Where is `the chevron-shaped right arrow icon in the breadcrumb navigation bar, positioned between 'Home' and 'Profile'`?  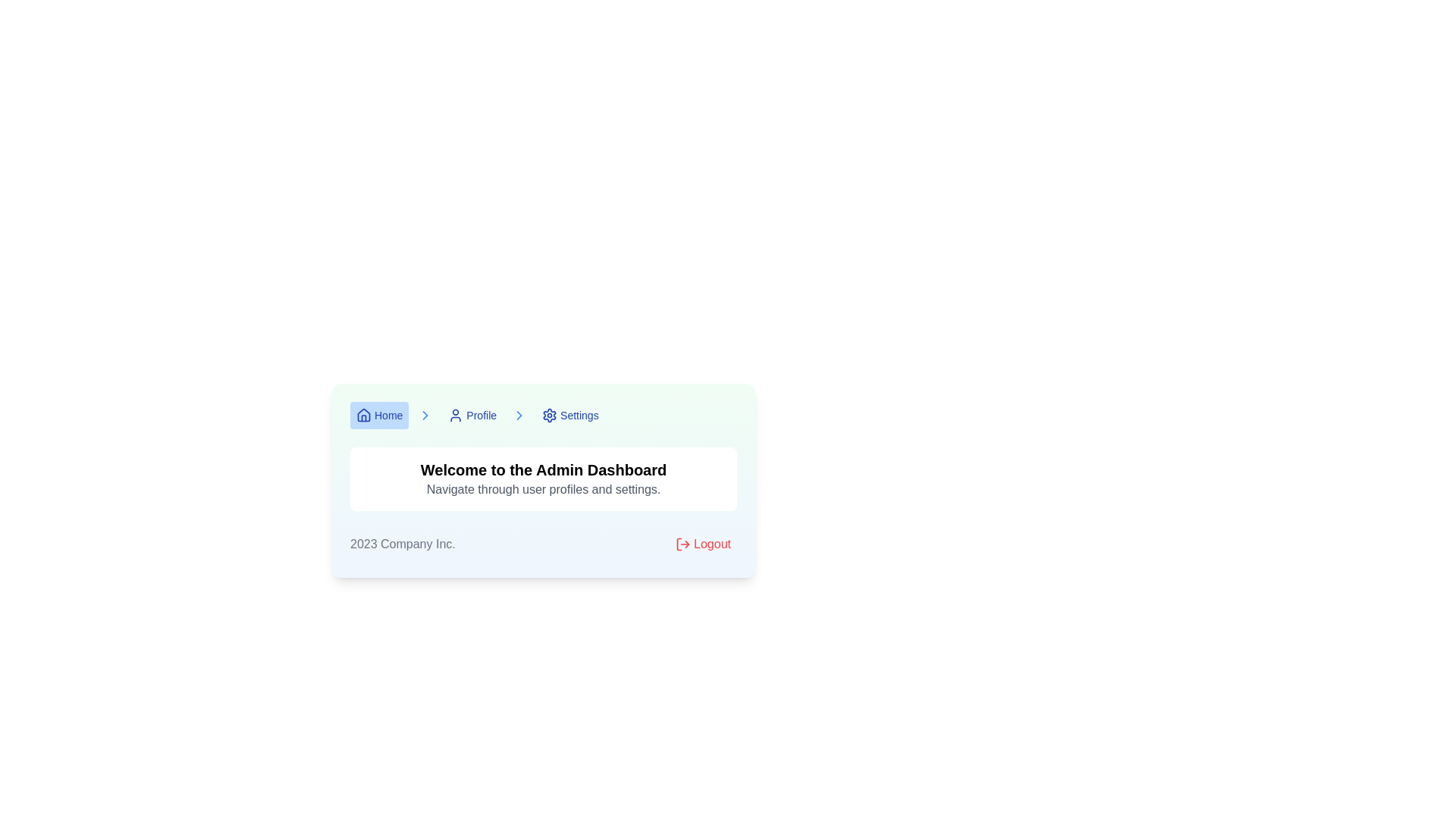
the chevron-shaped right arrow icon in the breadcrumb navigation bar, positioned between 'Home' and 'Profile' is located at coordinates (519, 415).